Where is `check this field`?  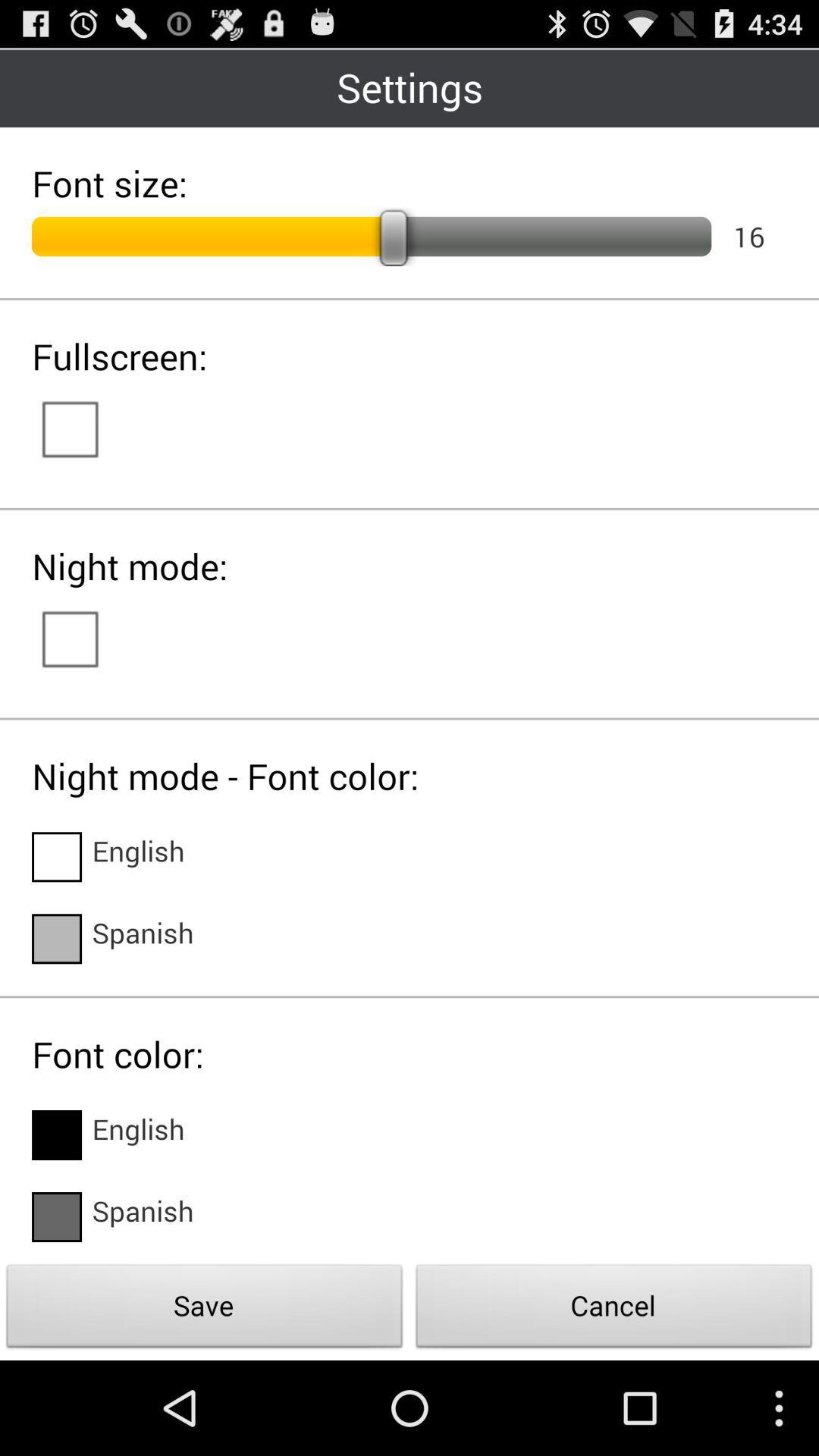 check this field is located at coordinates (55, 1216).